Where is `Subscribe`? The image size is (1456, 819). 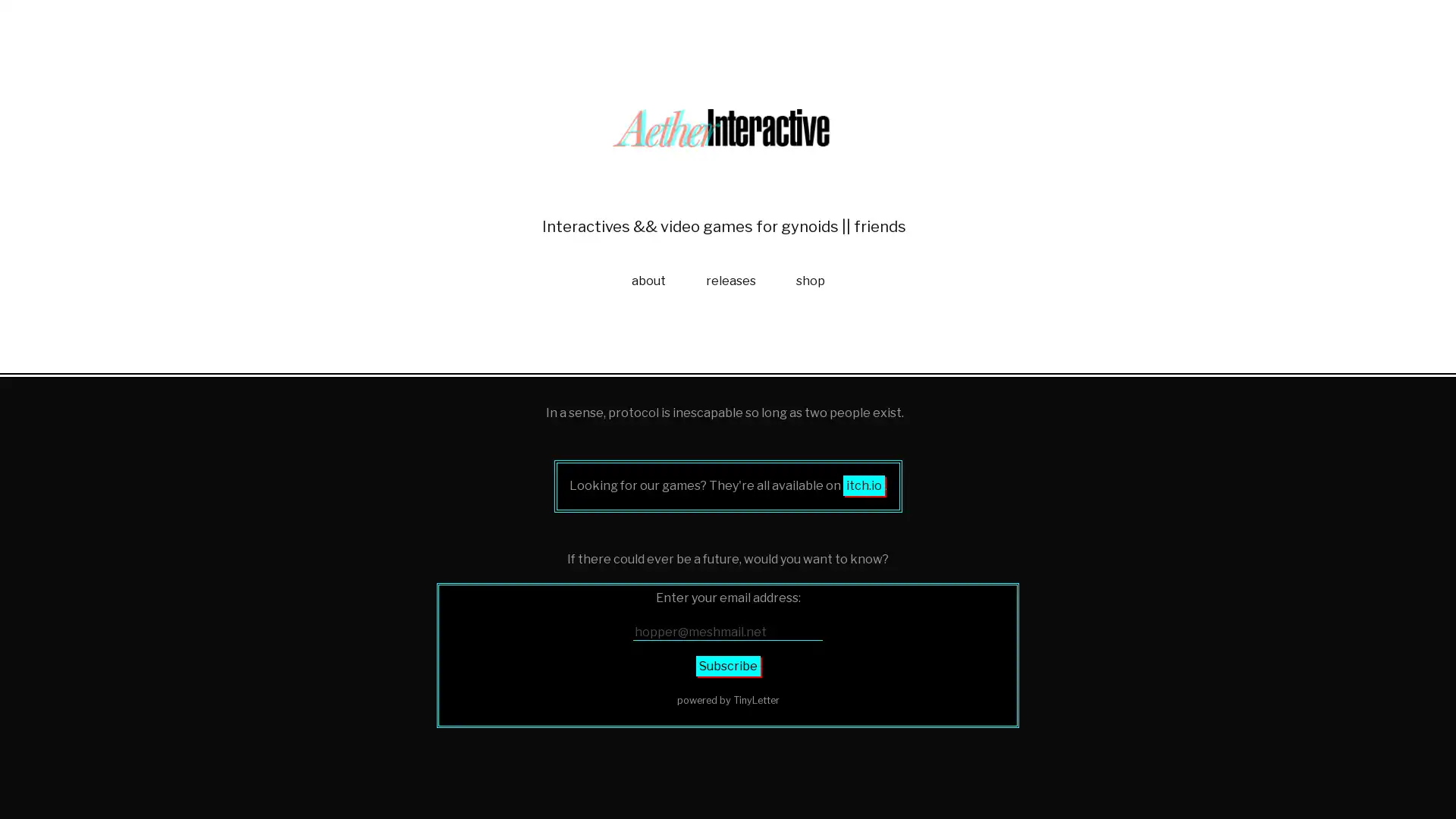 Subscribe is located at coordinates (726, 774).